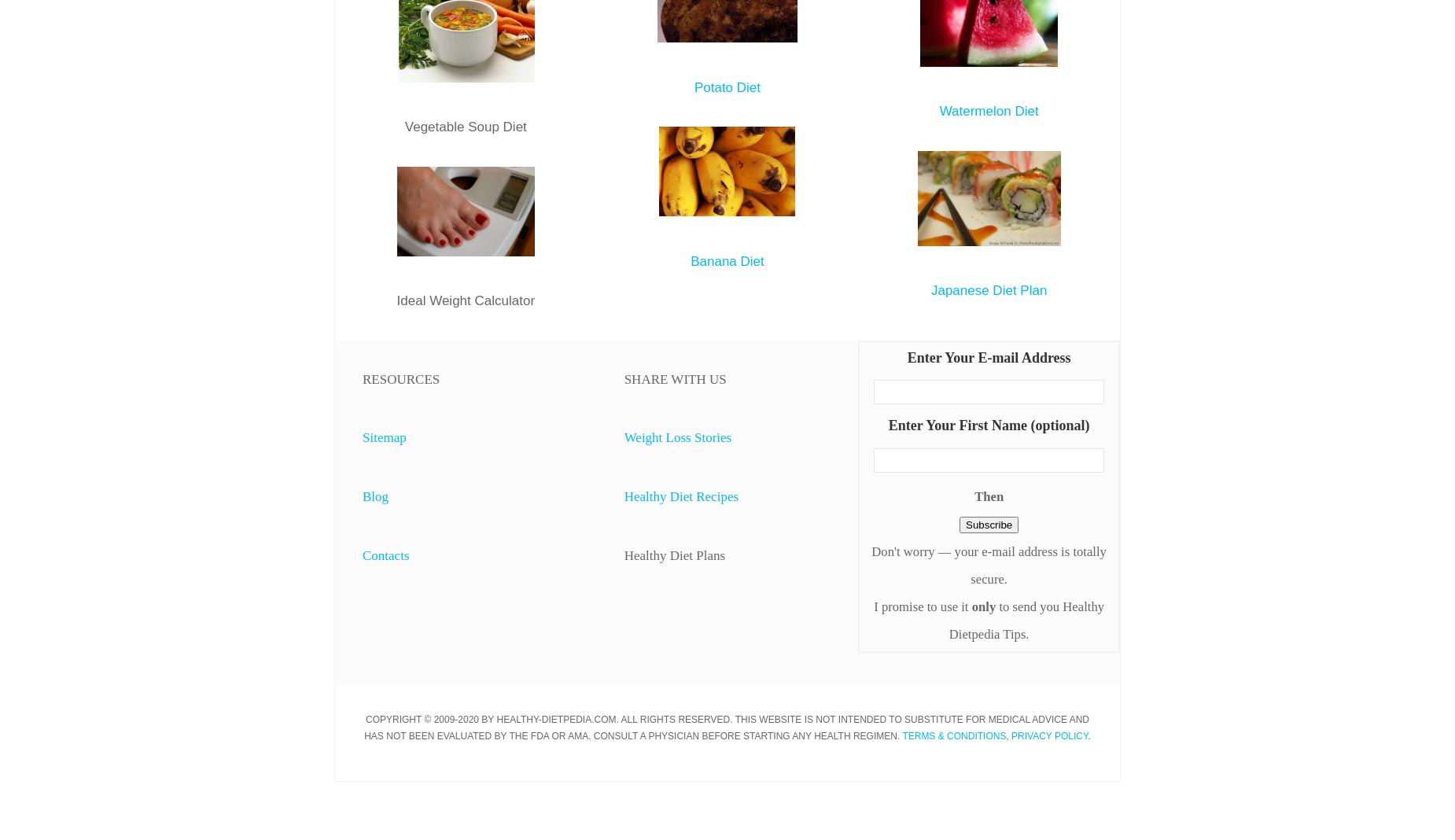 The image size is (1455, 840). What do you see at coordinates (988, 495) in the screenshot?
I see `'Then'` at bounding box center [988, 495].